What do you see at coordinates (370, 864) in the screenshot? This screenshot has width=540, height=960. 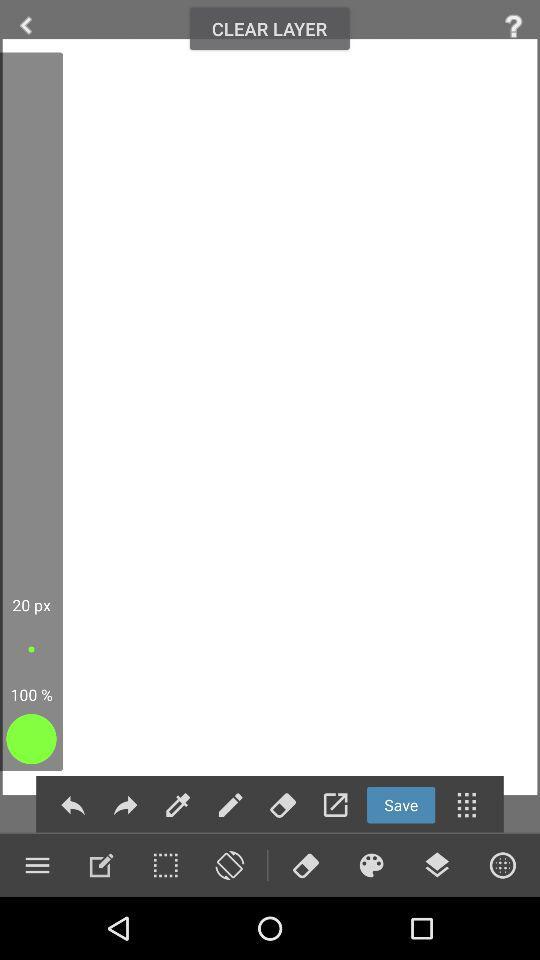 I see `video option` at bounding box center [370, 864].